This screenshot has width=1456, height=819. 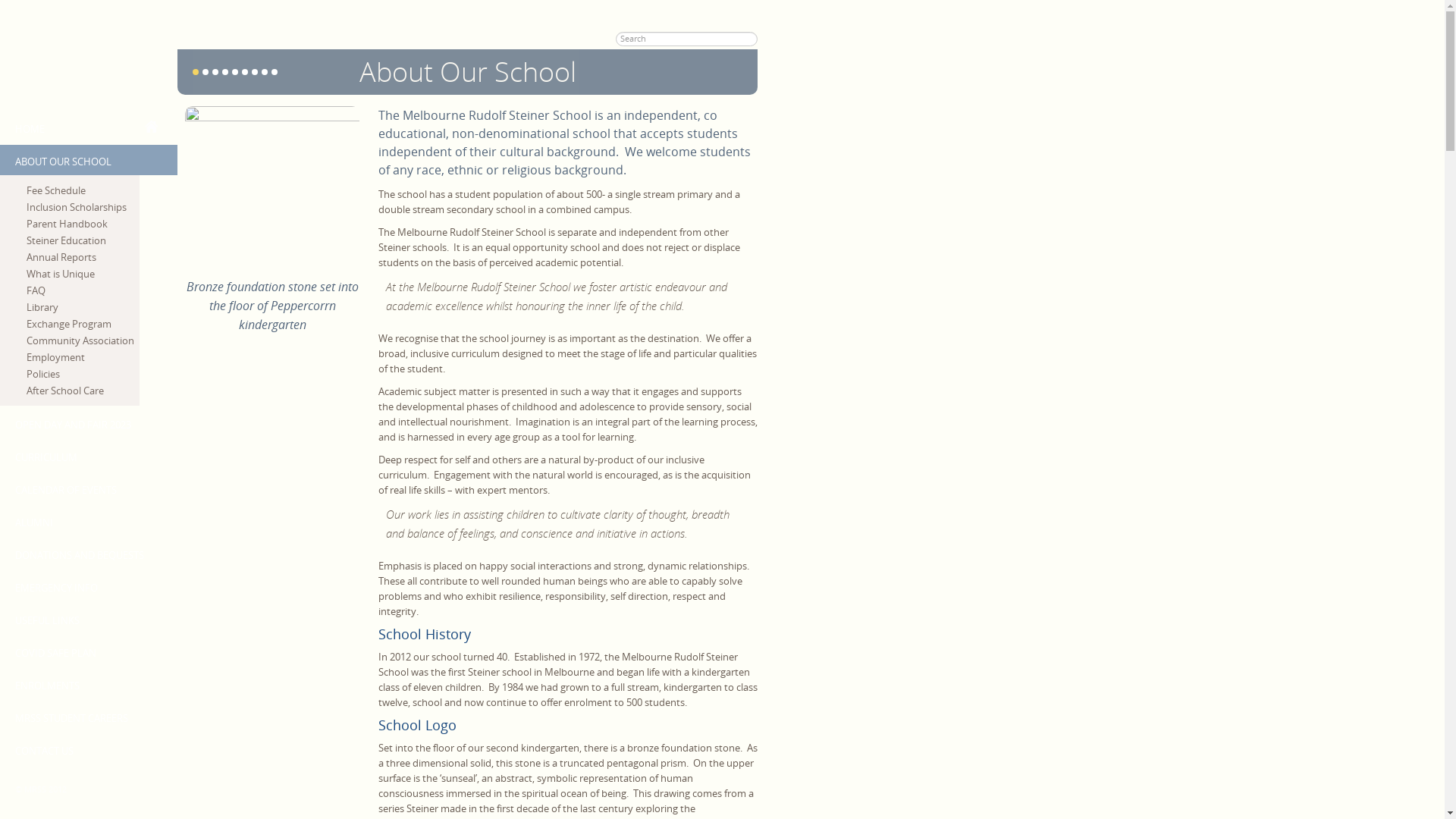 What do you see at coordinates (87, 160) in the screenshot?
I see `'ABOUT OUR SCHOOL'` at bounding box center [87, 160].